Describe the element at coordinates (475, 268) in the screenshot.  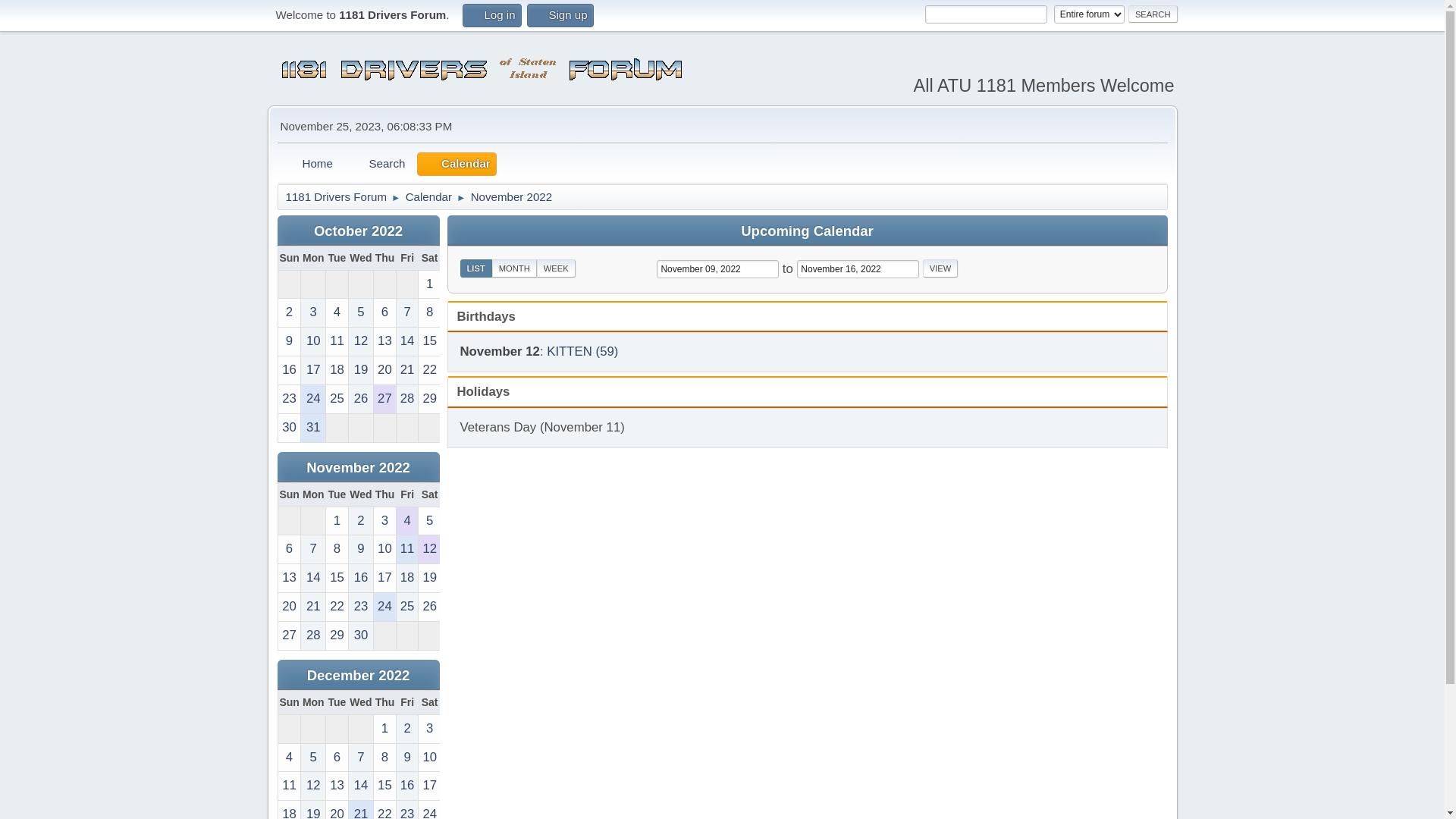
I see `'LIST'` at that location.